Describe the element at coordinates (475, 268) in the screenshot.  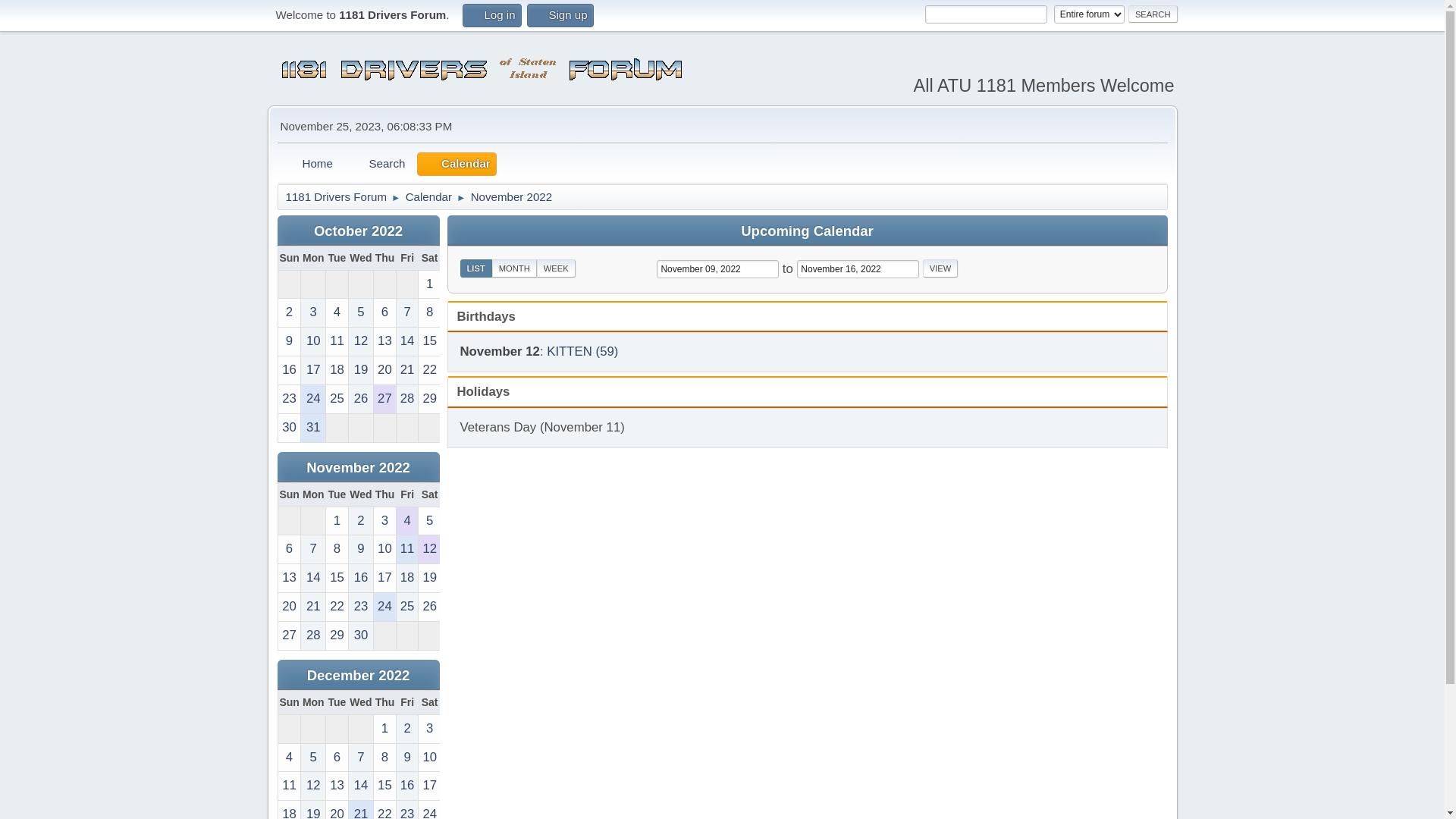
I see `'LIST'` at that location.